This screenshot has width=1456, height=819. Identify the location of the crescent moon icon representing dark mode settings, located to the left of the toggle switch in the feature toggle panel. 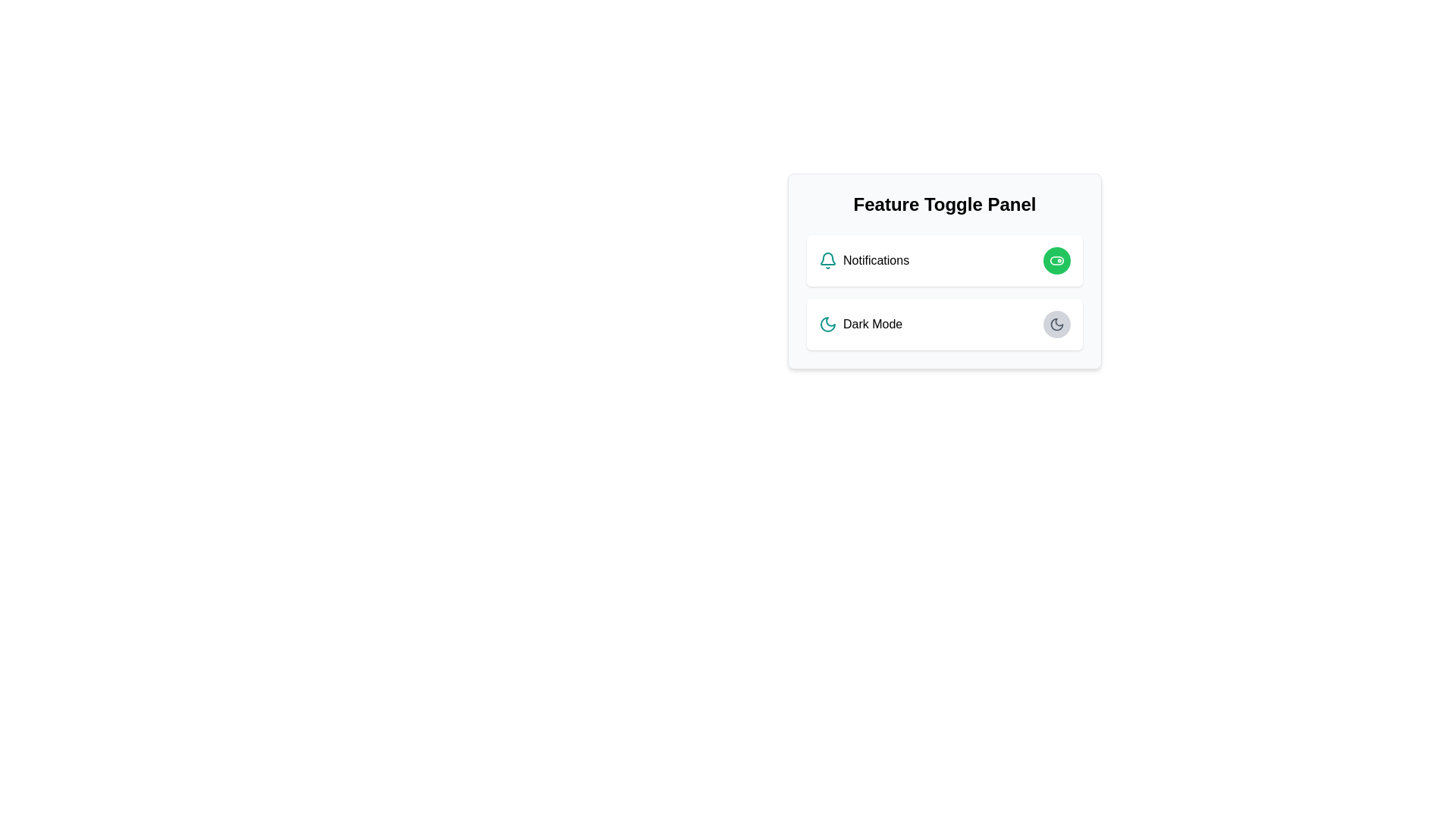
(1056, 324).